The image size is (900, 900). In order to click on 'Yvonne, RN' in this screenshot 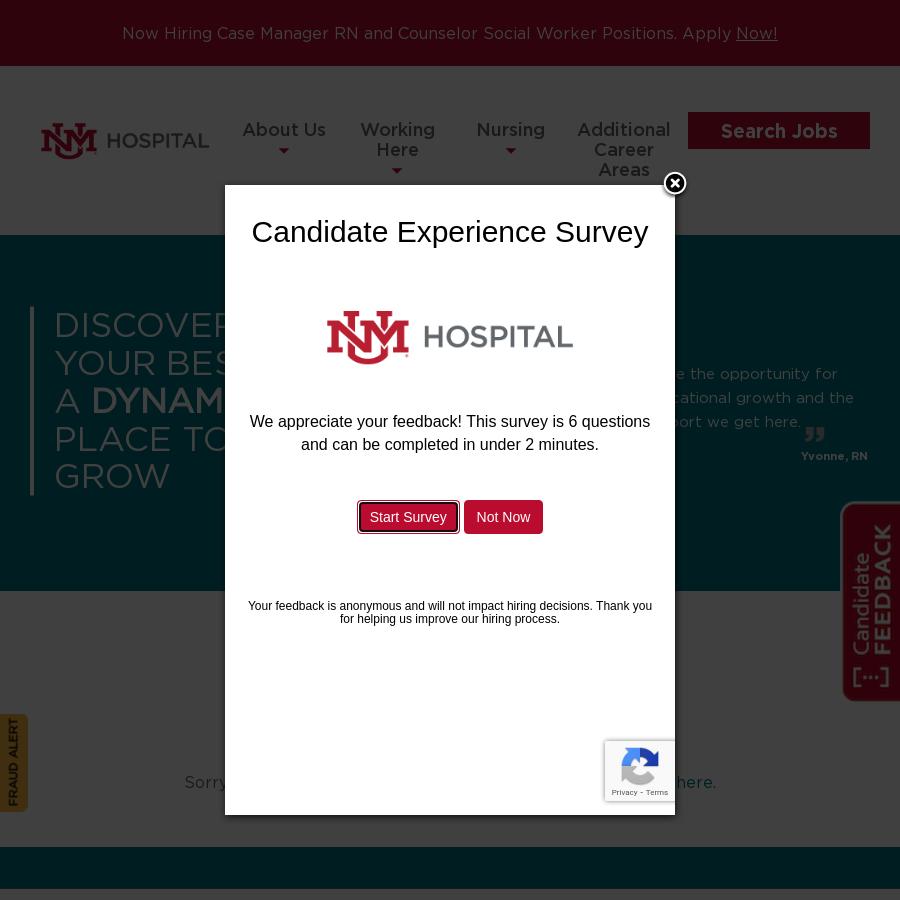, I will do `click(800, 455)`.